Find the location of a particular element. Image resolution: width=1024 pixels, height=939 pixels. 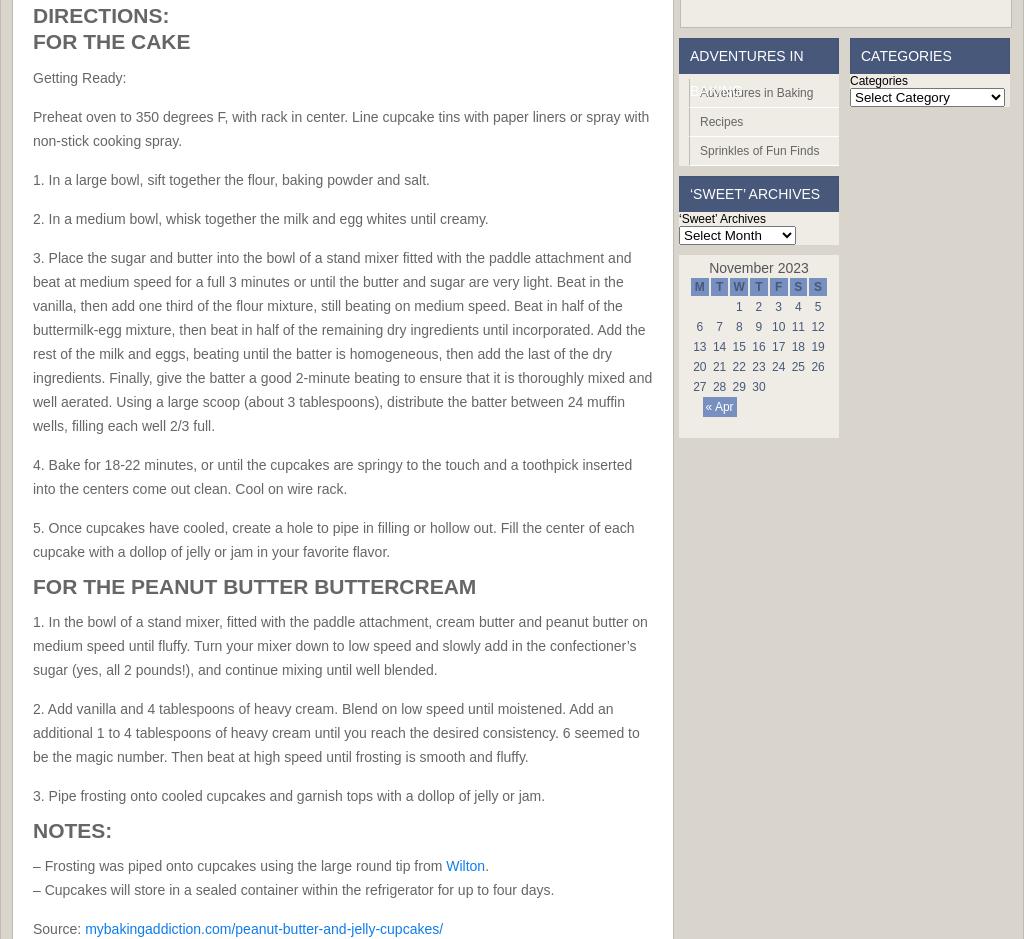

'2. In a medium bowl, whisk together the milk and egg whites until creamy.' is located at coordinates (260, 218).